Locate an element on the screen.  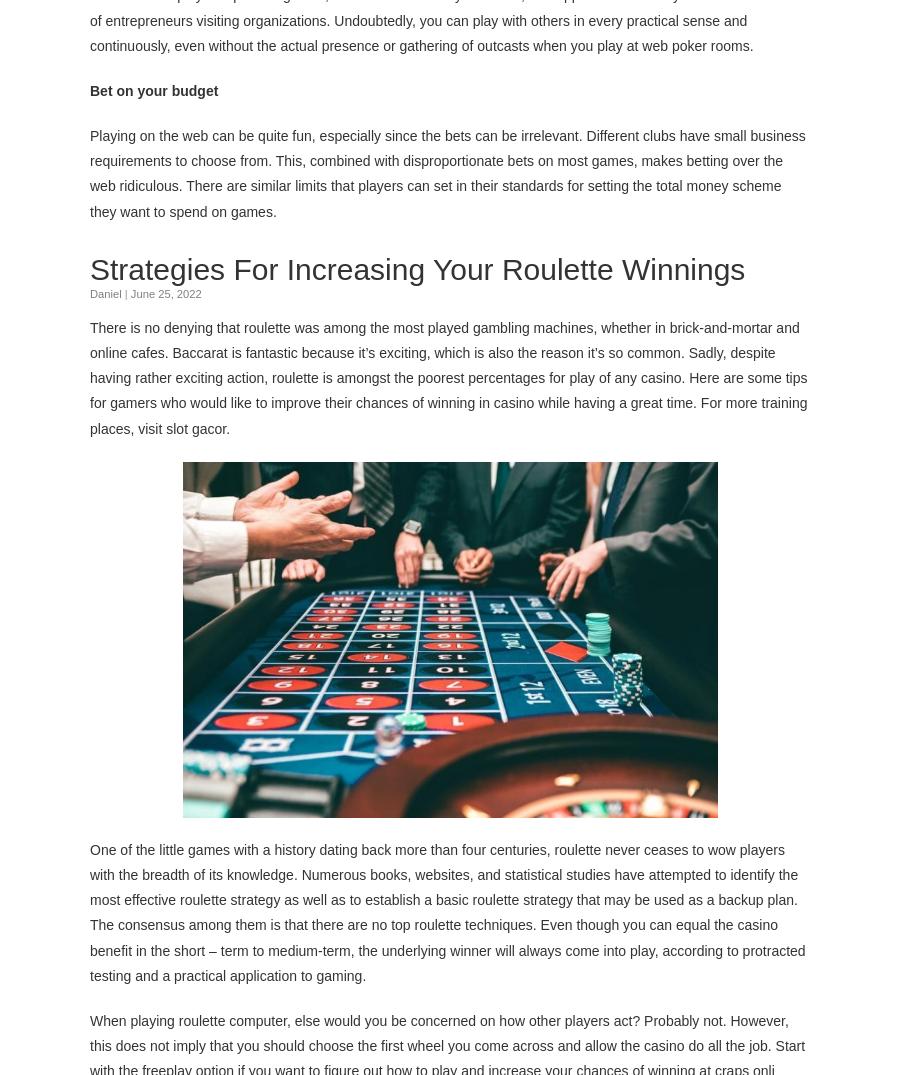
'Playing on the web can be quite fun, especially since the bets can be irrelevant. Different clubs have small business requirements to choose from. This, combined with disproportionate bets on most games, makes betting over the web ridiculous. There are similar limits that players can set in their standards for setting the total money scheme they want to spend on games.' is located at coordinates (447, 172).